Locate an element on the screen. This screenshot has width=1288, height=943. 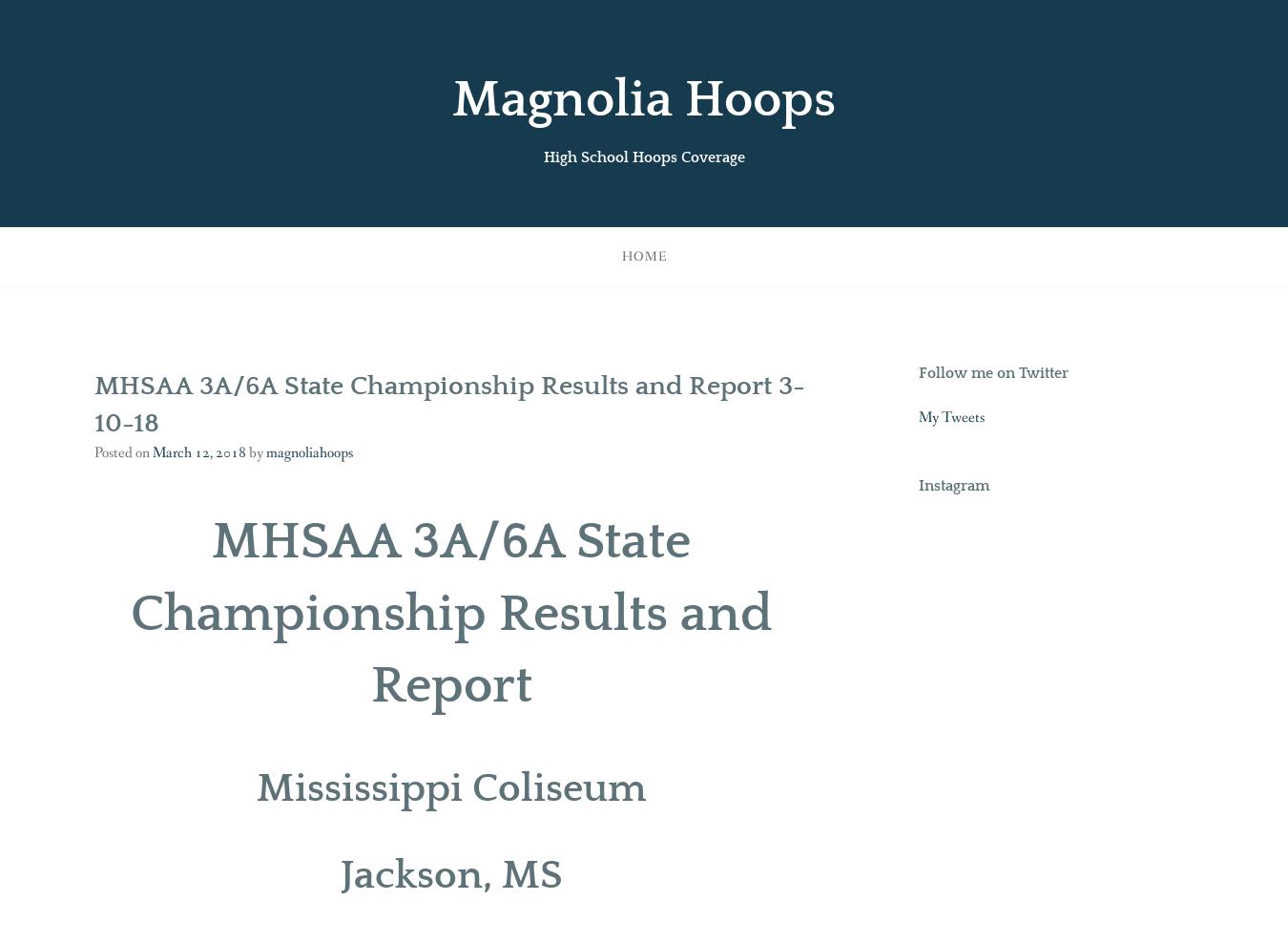
'Mississippi Coliseum' is located at coordinates (256, 788).